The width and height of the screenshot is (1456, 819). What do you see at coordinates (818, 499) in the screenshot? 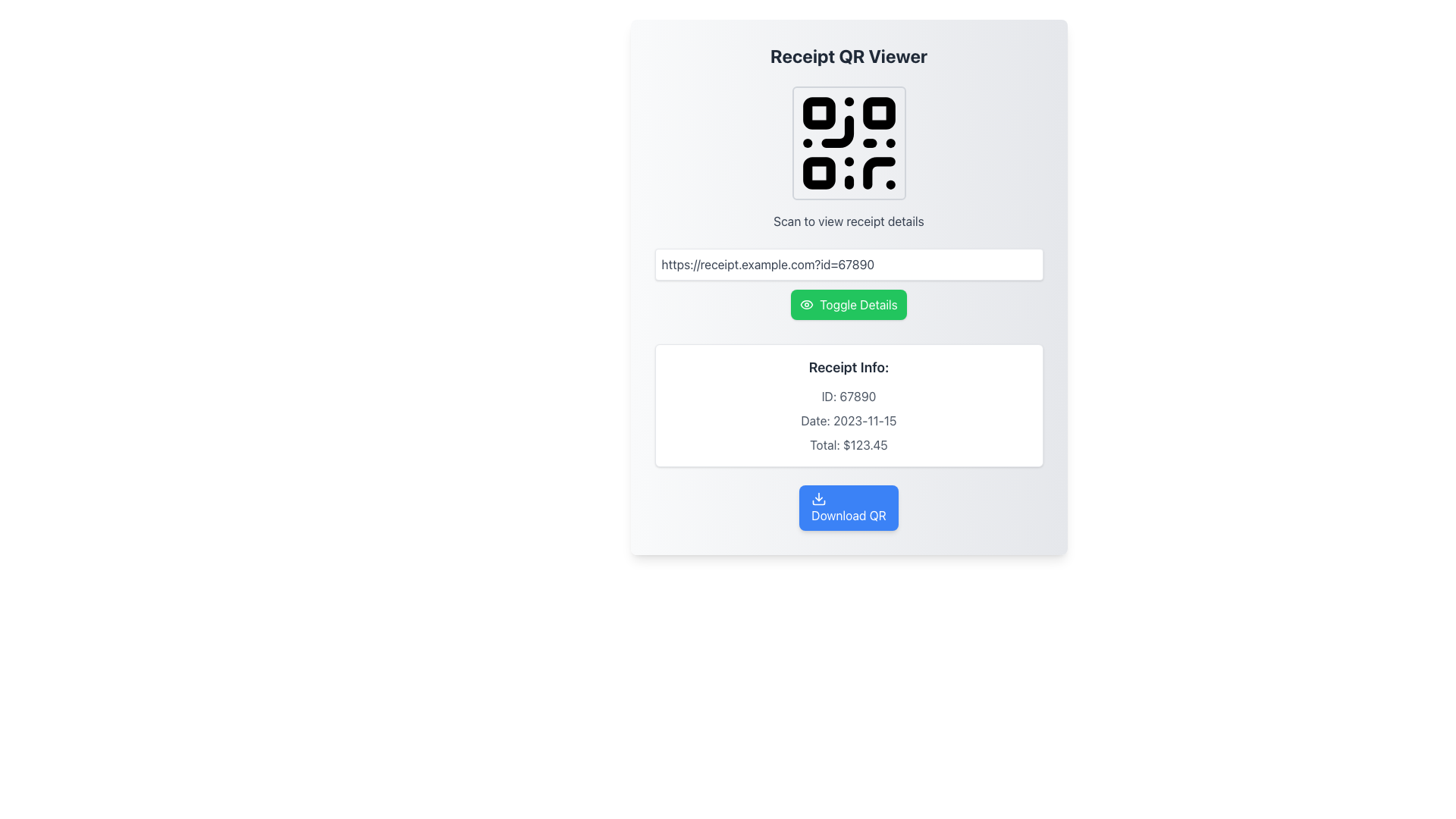
I see `the QR code download icon located at the top-left portion of the 'Download QR' button` at bounding box center [818, 499].